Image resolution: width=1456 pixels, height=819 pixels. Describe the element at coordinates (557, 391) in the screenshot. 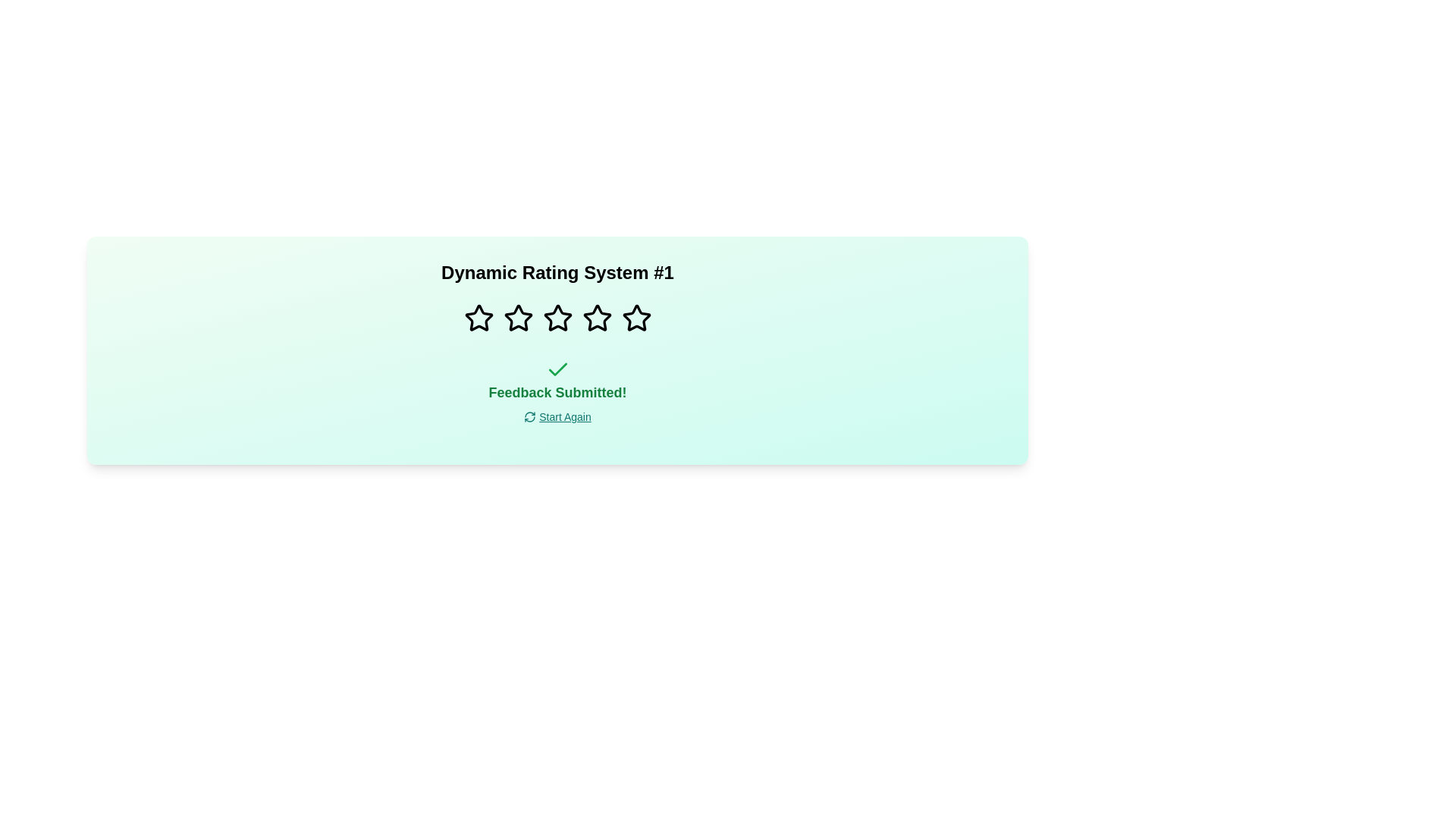

I see `the feedback message text label indicating the completion of a submission process, which is located directly beneath the green checkmark icon and above the 'Start Again' link` at that location.